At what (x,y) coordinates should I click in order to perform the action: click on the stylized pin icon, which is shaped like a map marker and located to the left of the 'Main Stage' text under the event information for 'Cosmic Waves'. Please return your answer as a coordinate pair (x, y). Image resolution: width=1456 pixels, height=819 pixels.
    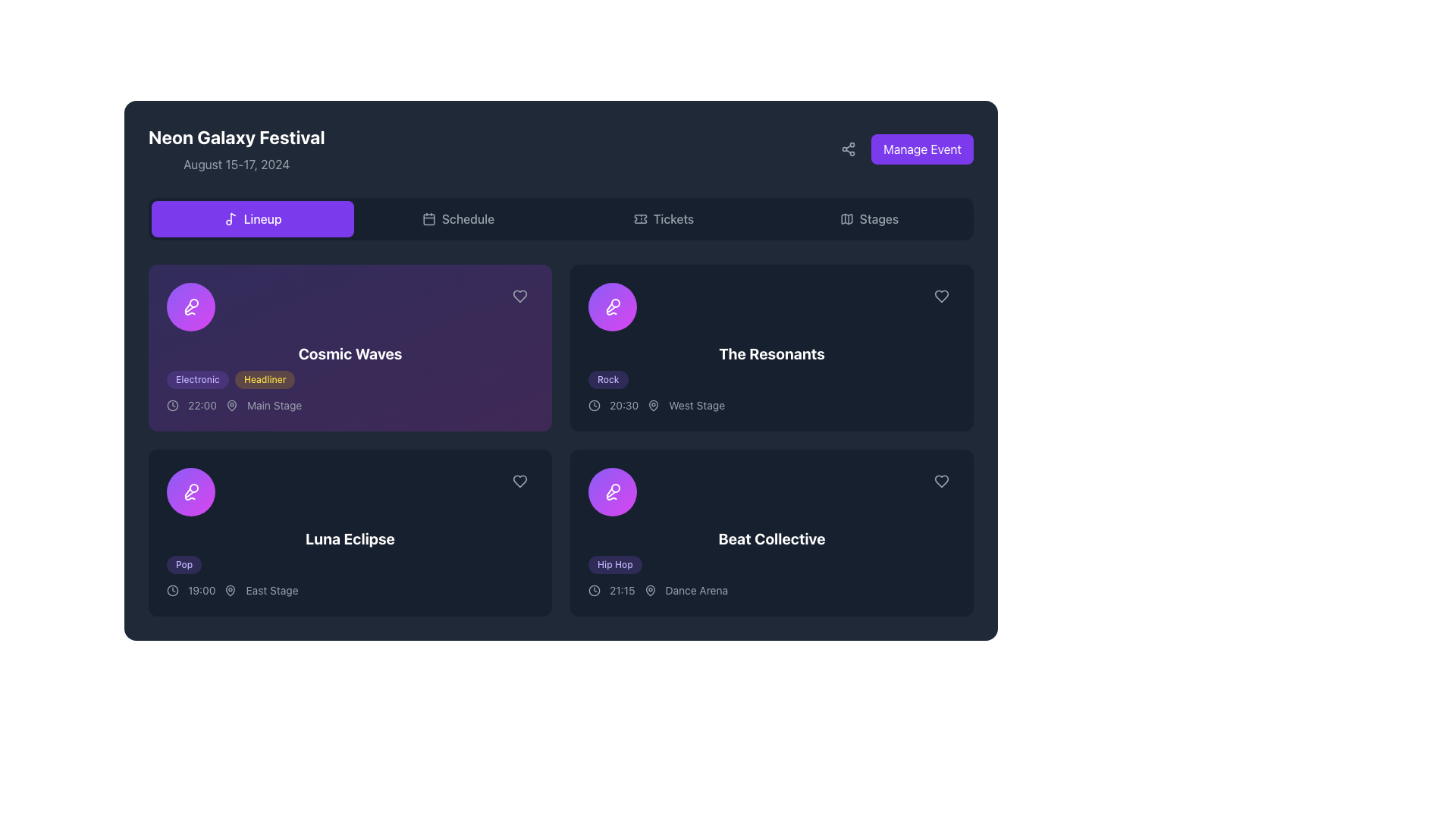
    Looking at the image, I should click on (231, 405).